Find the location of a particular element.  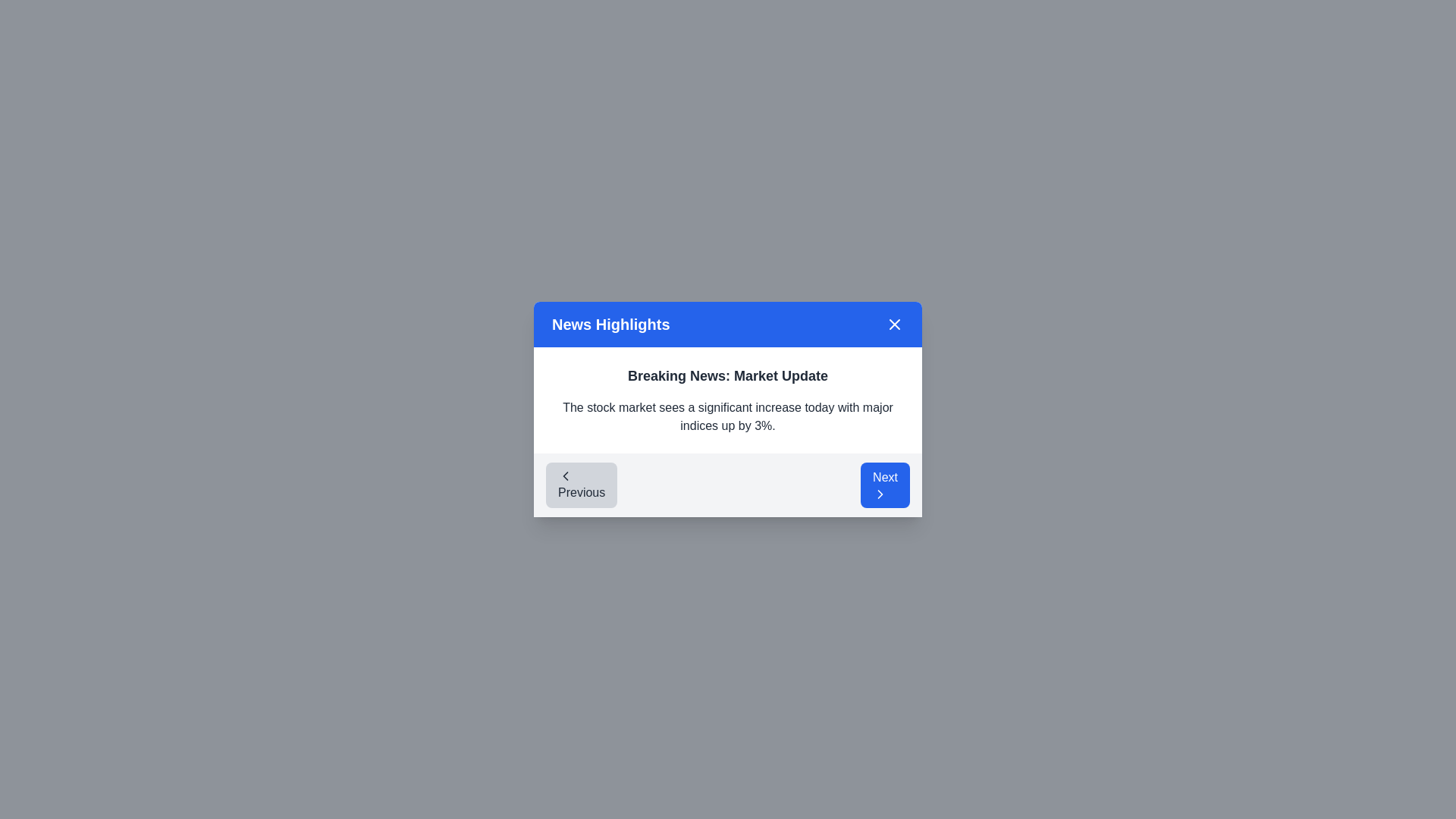

the rightward-pointing chevron icon located inside the blue 'Next' button at the bottom-right corner of the dialog box is located at coordinates (880, 494).